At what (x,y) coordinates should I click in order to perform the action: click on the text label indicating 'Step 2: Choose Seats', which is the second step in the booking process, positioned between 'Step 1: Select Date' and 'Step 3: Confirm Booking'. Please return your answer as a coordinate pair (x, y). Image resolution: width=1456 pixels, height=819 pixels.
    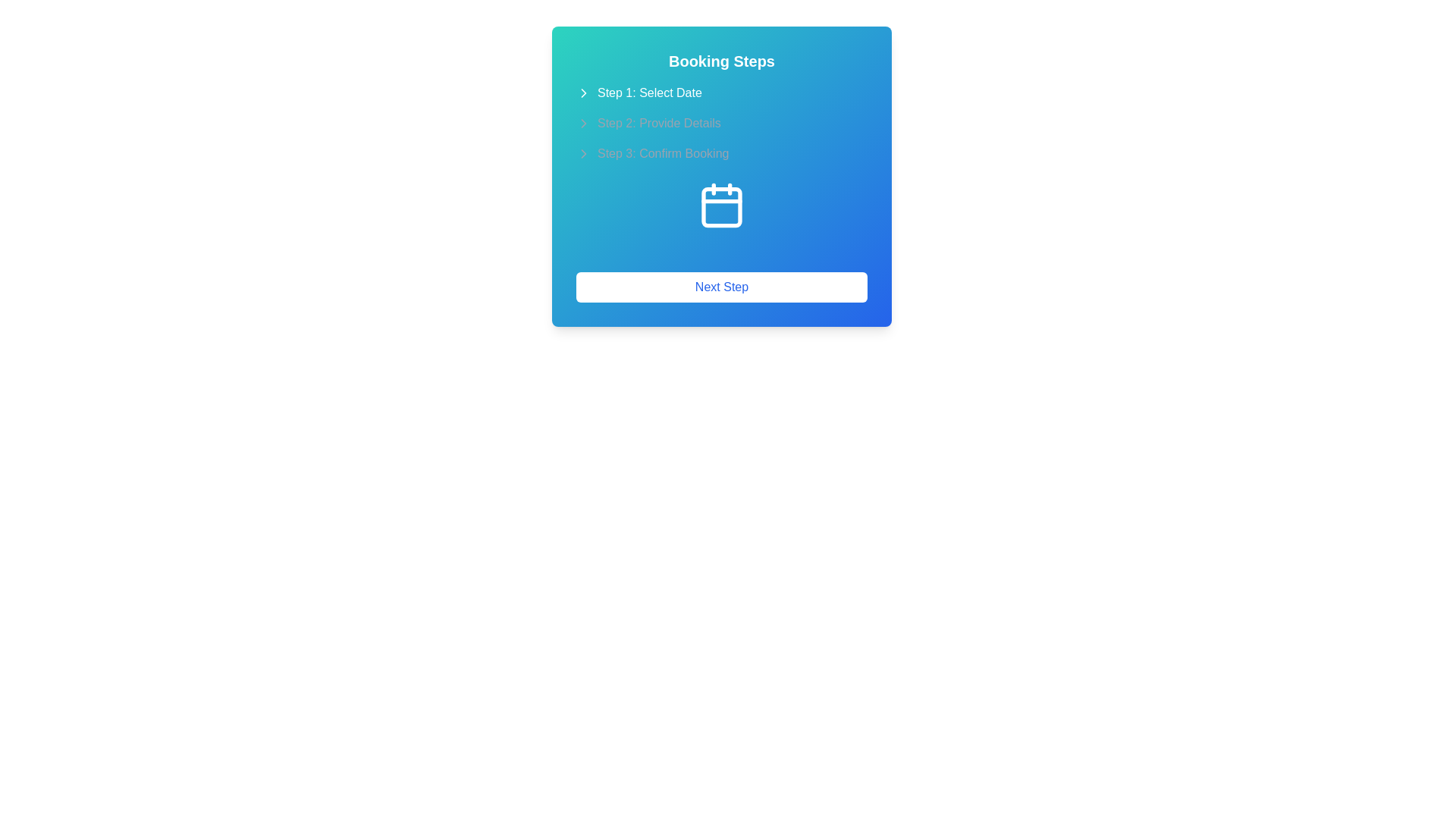
    Looking at the image, I should click on (659, 122).